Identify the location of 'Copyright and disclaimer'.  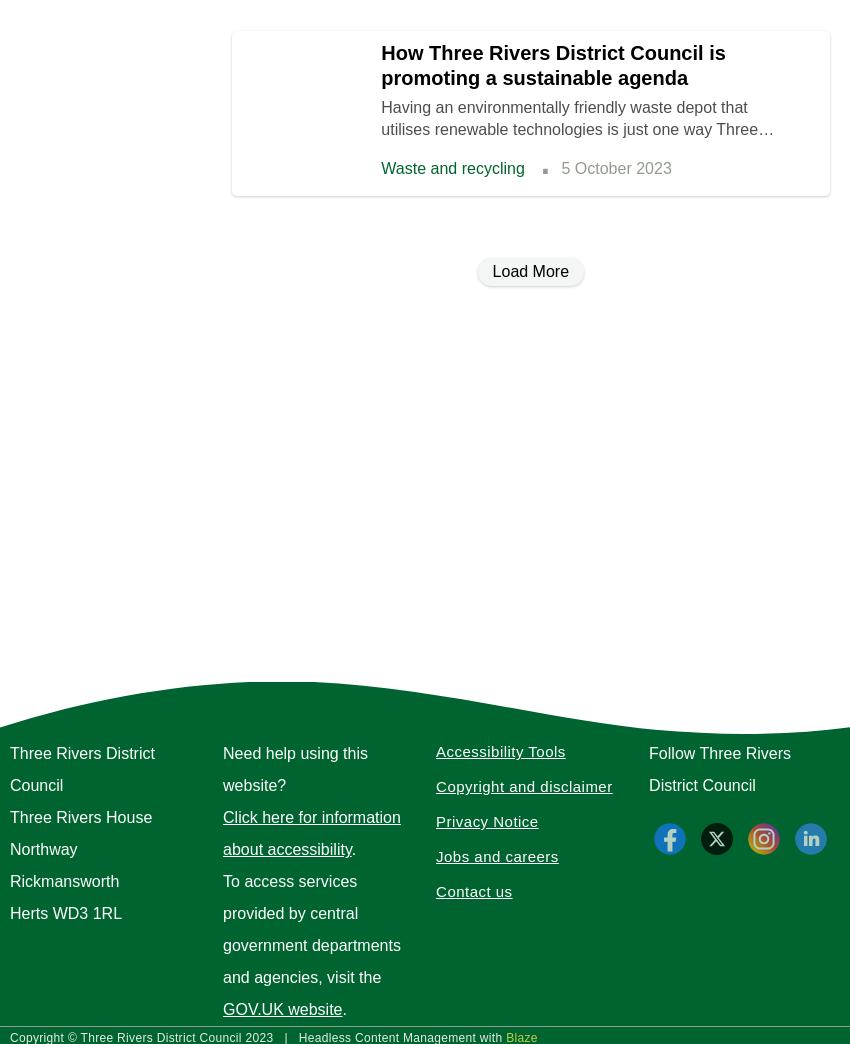
(434, 785).